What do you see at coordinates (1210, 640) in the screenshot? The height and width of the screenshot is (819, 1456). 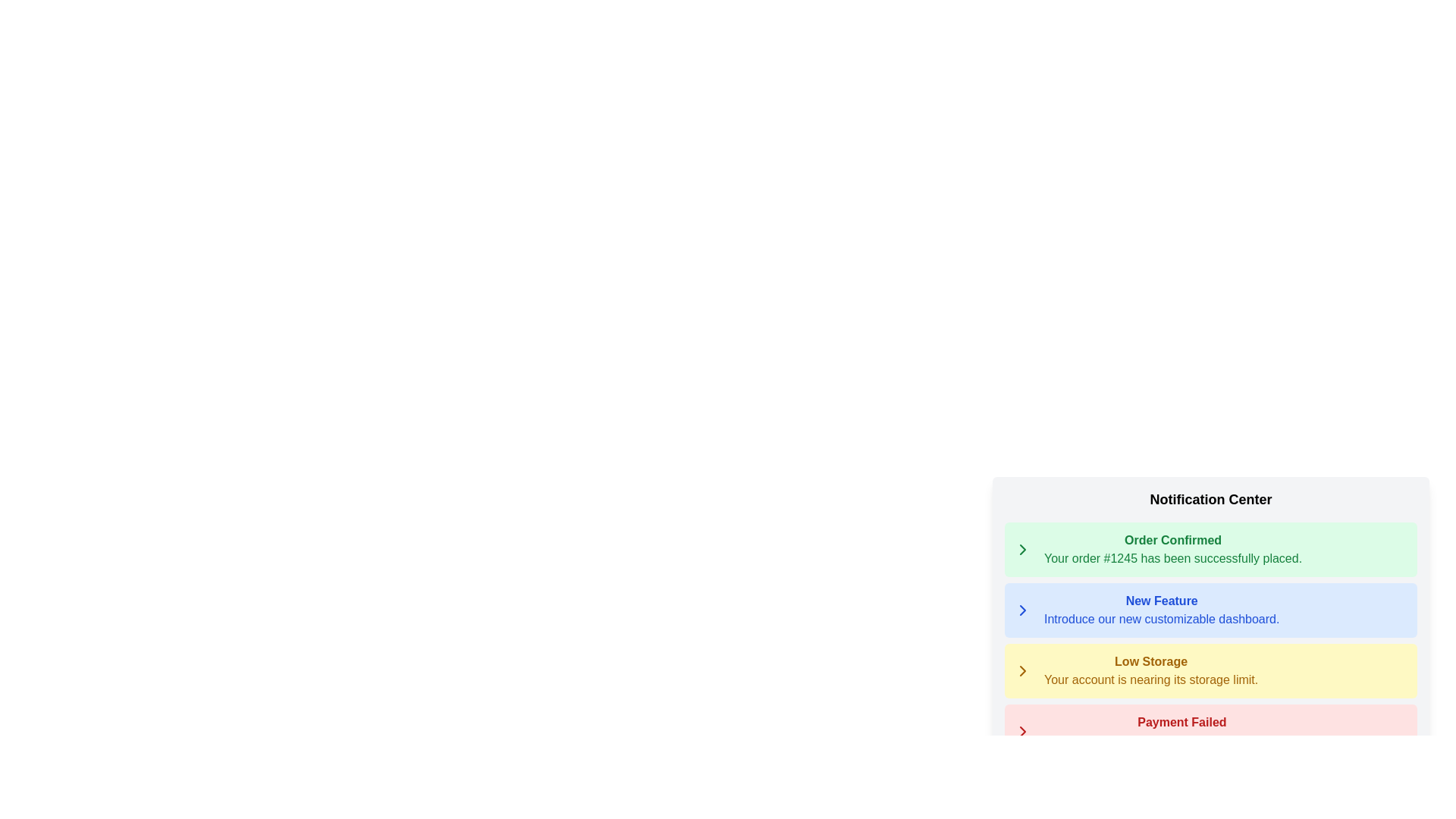 I see `the third informational notification box within the 'Notification Center' section, which warns about account storage status` at bounding box center [1210, 640].